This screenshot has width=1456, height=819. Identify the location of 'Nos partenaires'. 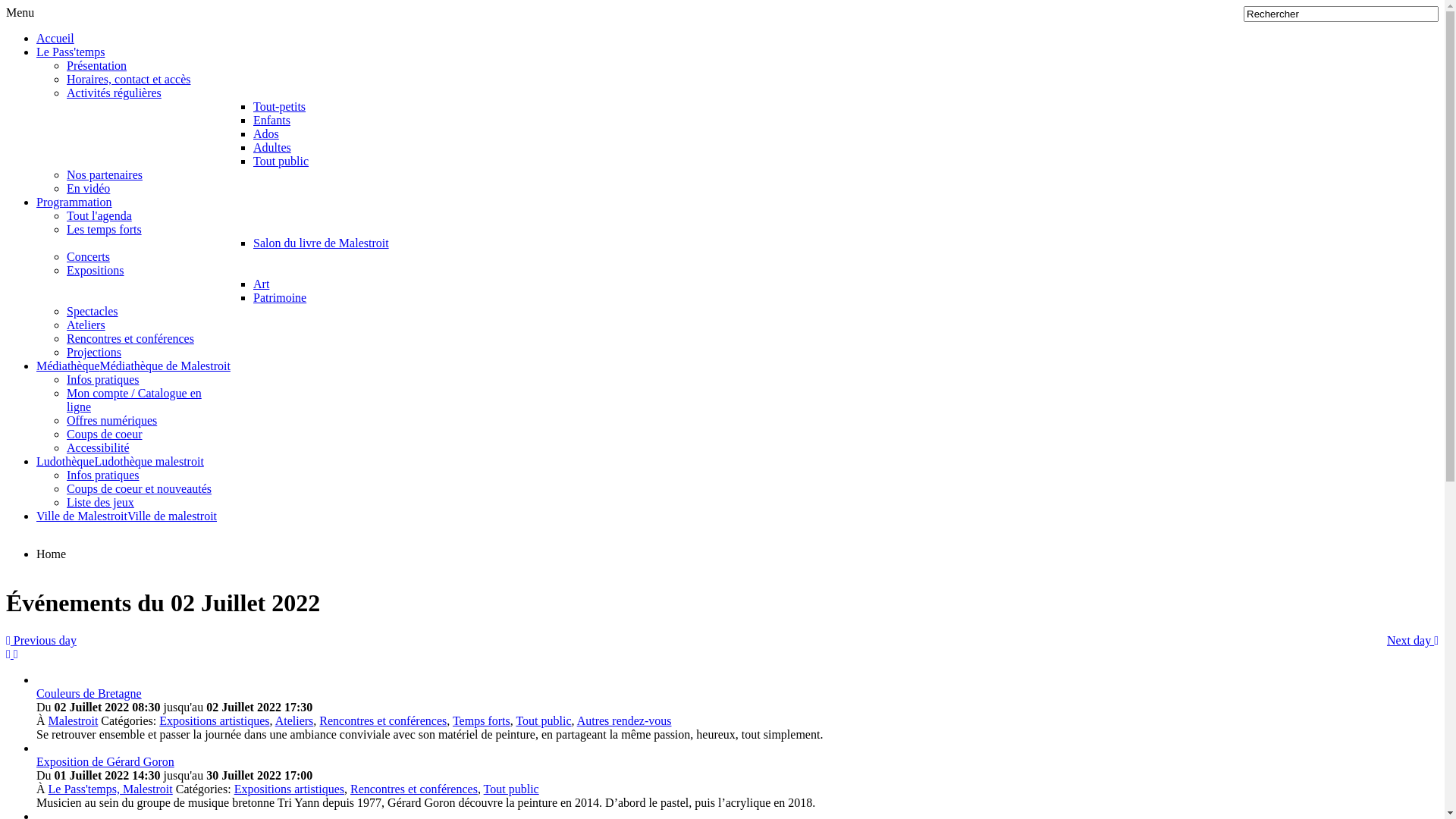
(104, 174).